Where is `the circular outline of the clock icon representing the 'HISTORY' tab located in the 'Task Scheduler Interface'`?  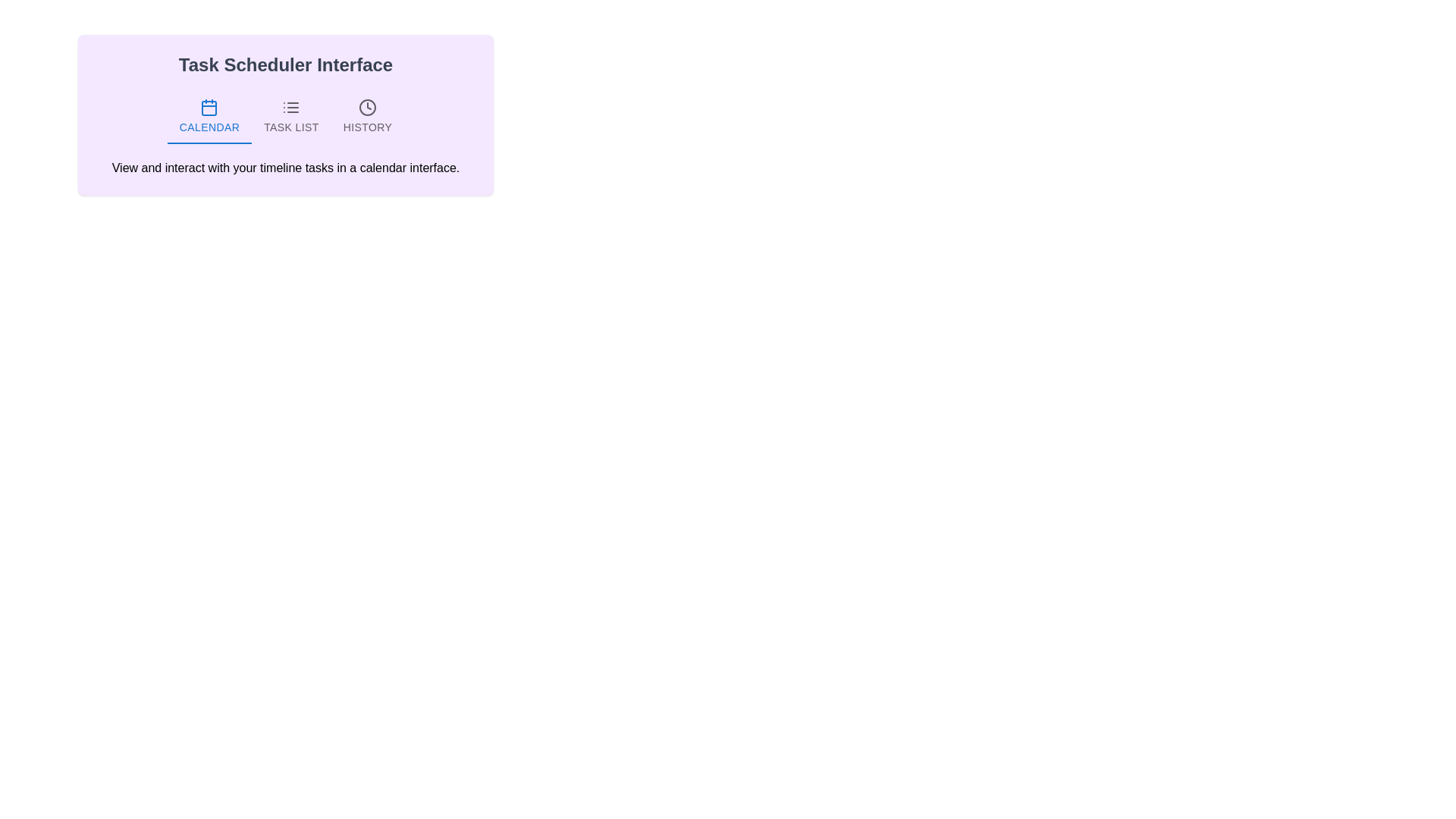 the circular outline of the clock icon representing the 'HISTORY' tab located in the 'Task Scheduler Interface' is located at coordinates (367, 107).